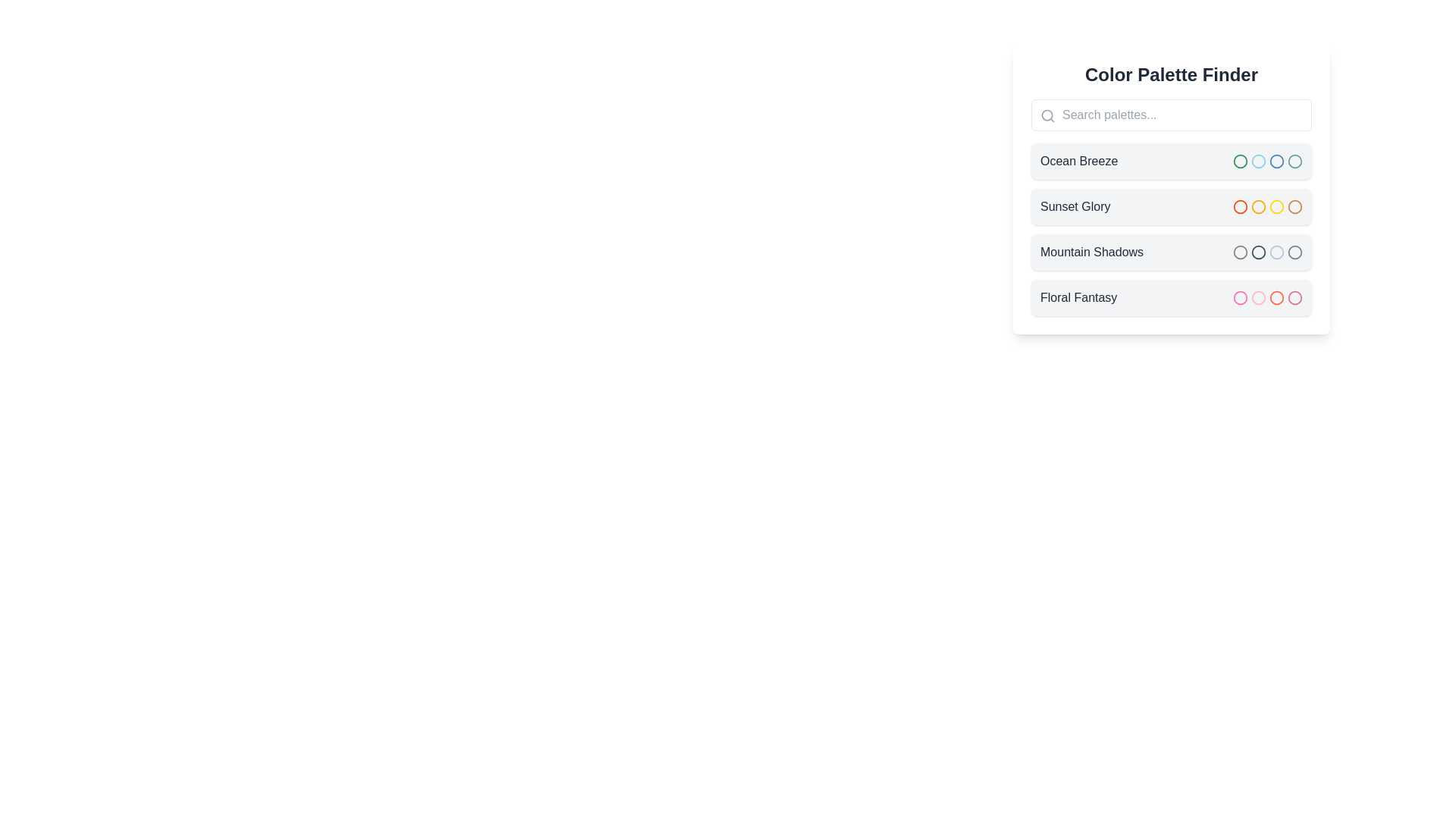 The width and height of the screenshot is (1456, 819). What do you see at coordinates (1267, 161) in the screenshot?
I see `the individual color circle in the color palette preview associated with the 'Ocean Breeze' name` at bounding box center [1267, 161].